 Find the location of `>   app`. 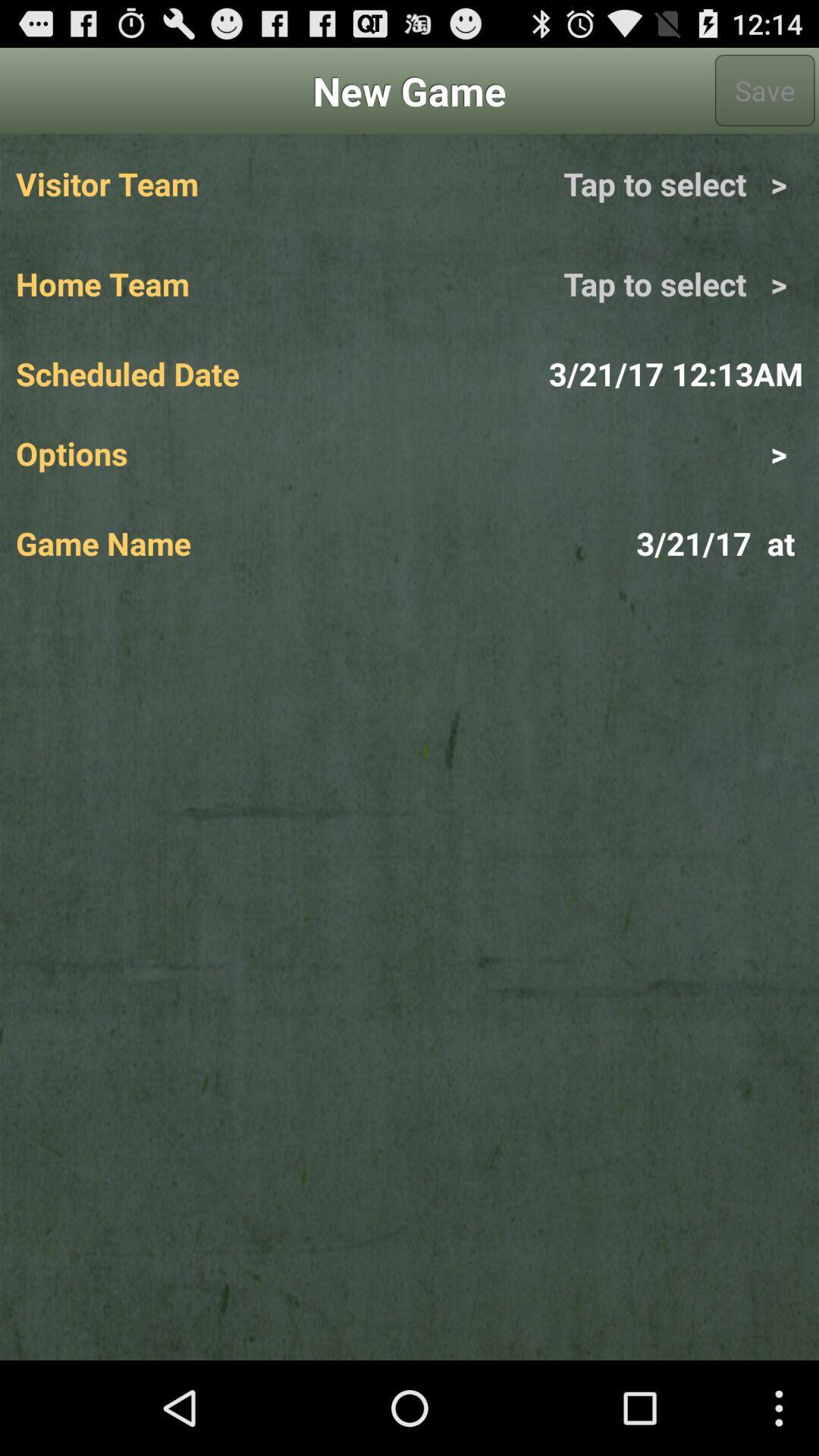

>   app is located at coordinates (605, 452).